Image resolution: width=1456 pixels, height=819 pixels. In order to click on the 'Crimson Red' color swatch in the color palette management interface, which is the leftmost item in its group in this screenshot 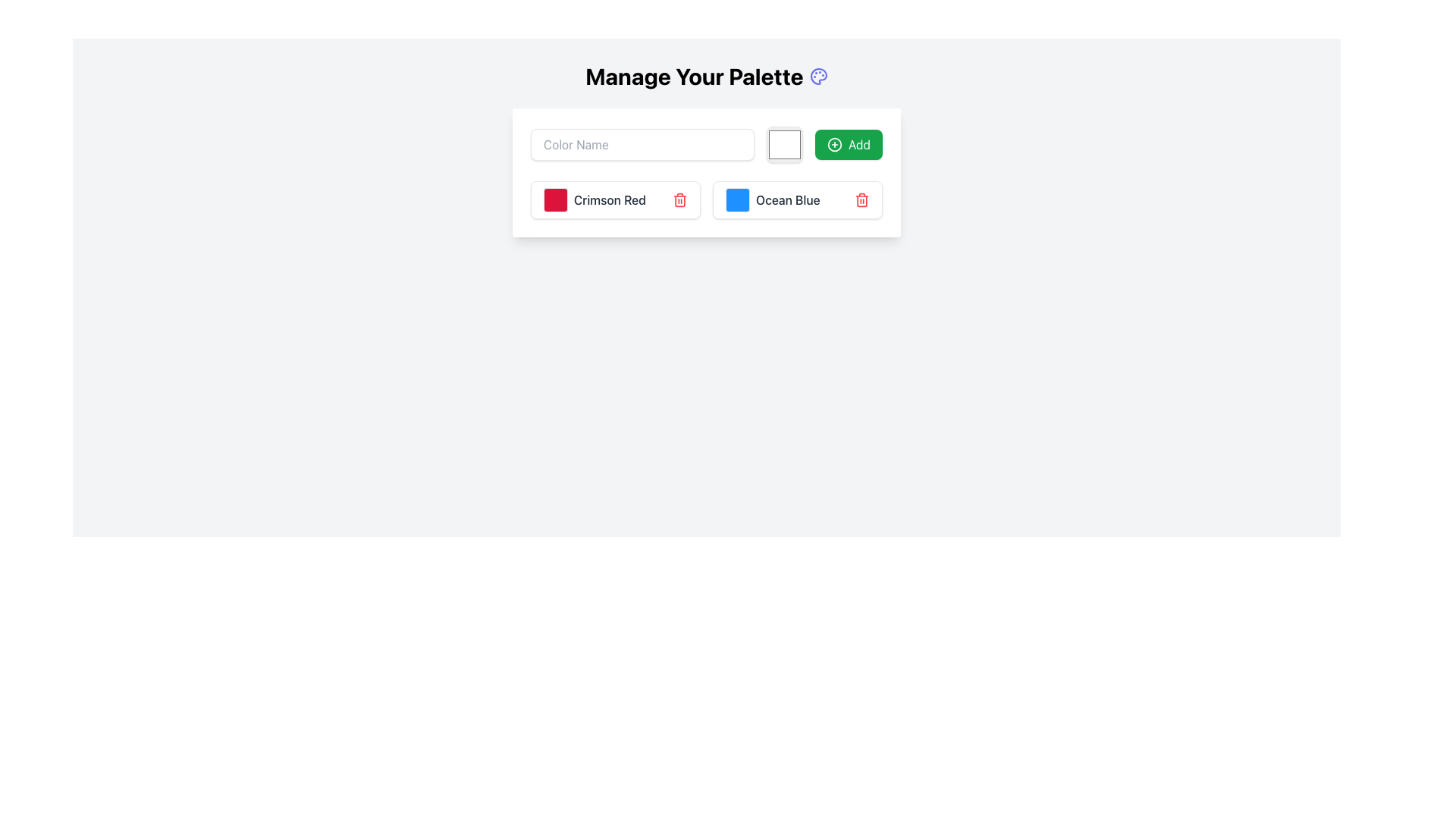, I will do `click(594, 199)`.